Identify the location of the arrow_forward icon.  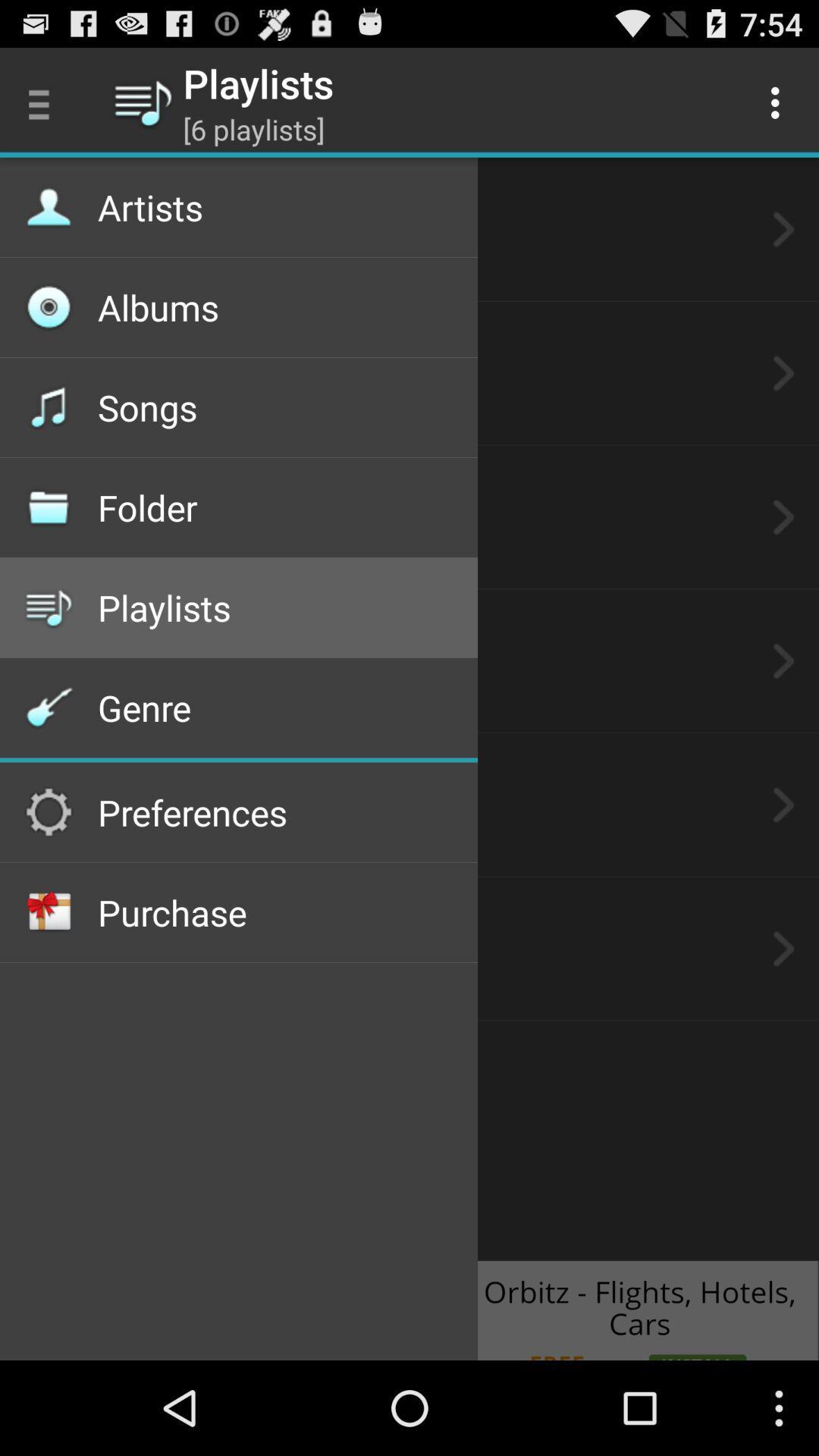
(753, 399).